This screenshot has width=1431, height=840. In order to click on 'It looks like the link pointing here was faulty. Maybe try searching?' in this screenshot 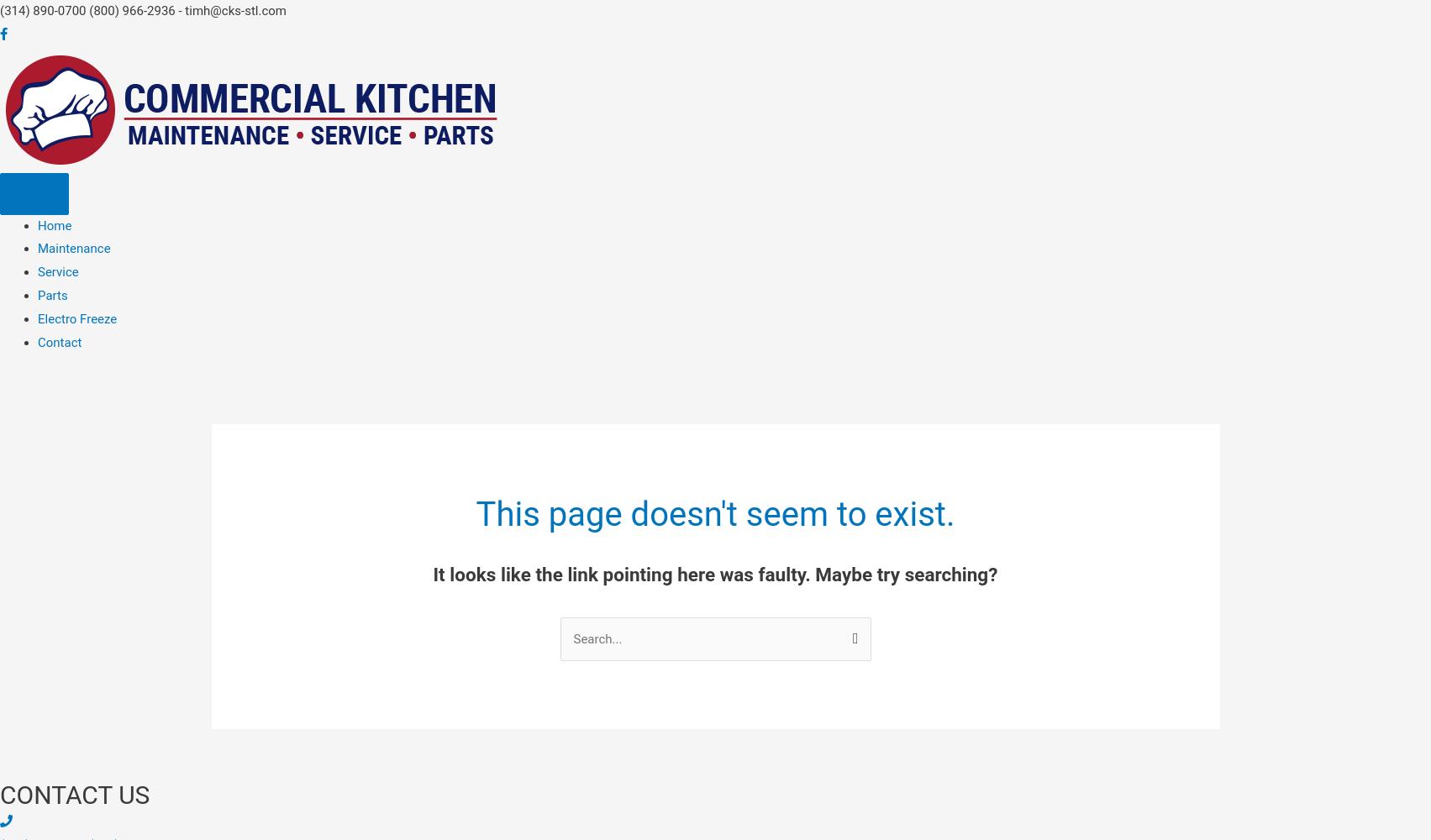, I will do `click(714, 574)`.